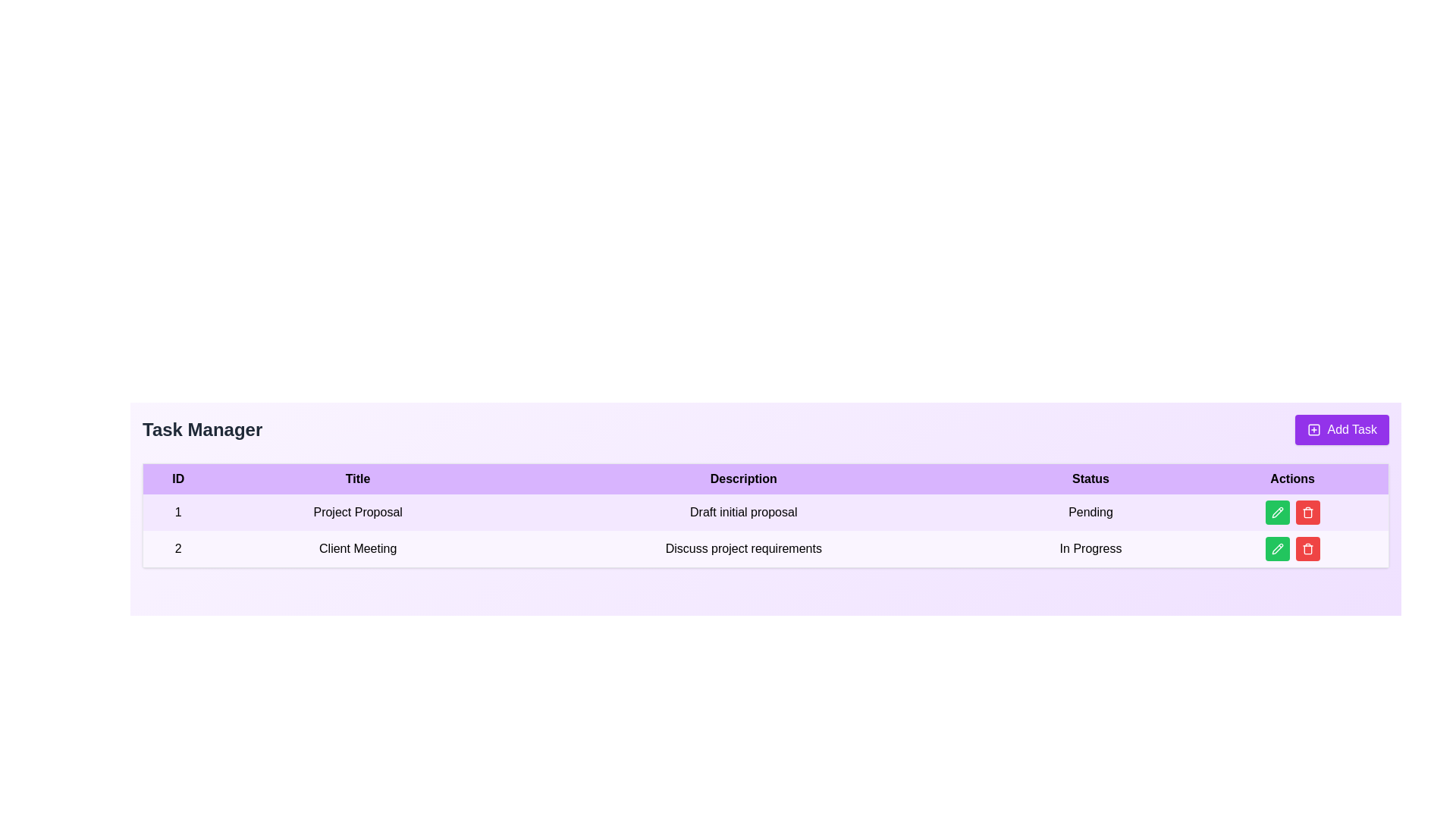 The image size is (1456, 819). Describe the element at coordinates (1276, 512) in the screenshot. I see `the pencil icon in the 'Actions' column of the second row to initiate editing of the 'Client Meeting' task entry` at that location.